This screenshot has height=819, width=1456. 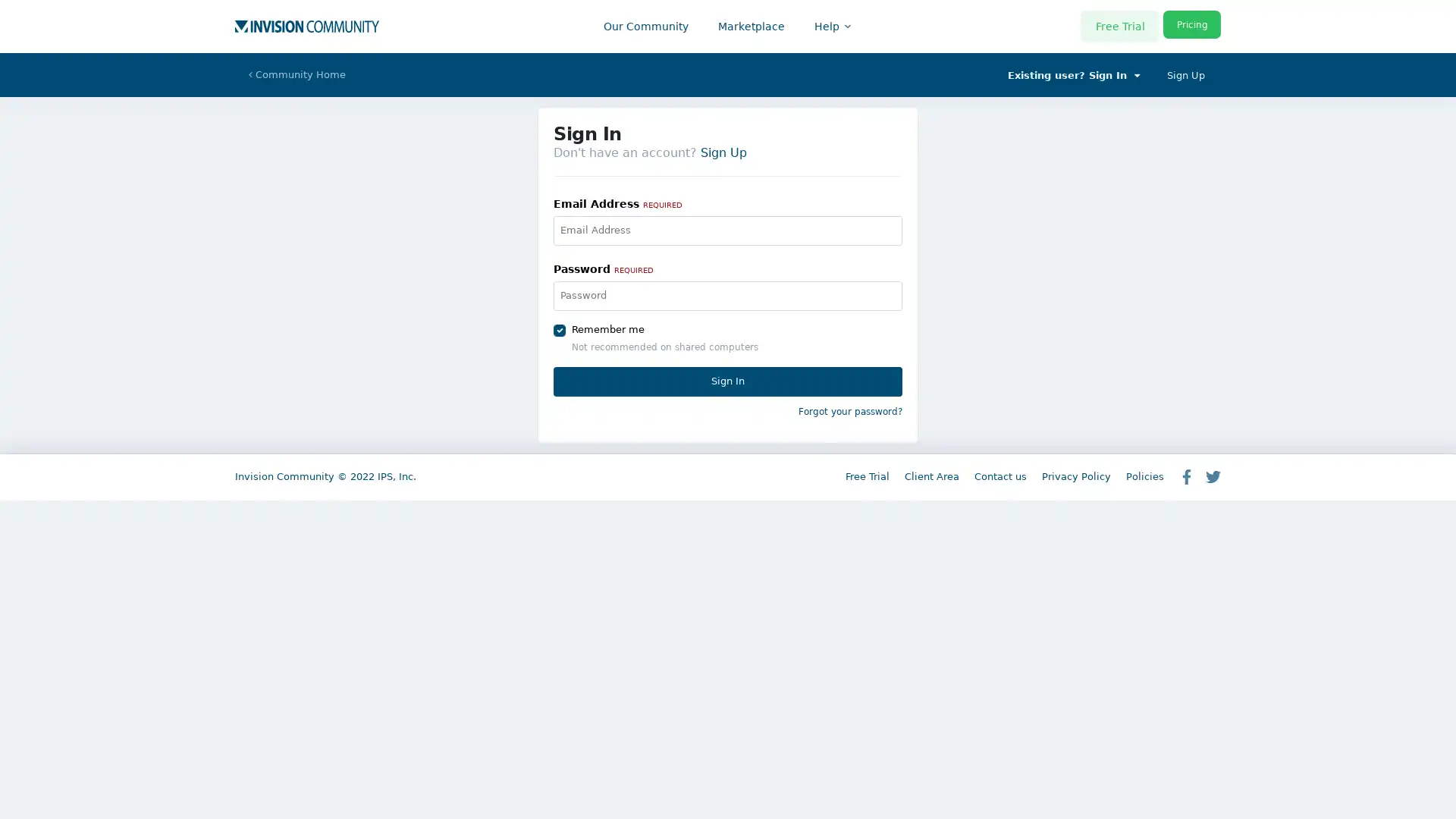 I want to click on Sign In, so click(x=728, y=380).